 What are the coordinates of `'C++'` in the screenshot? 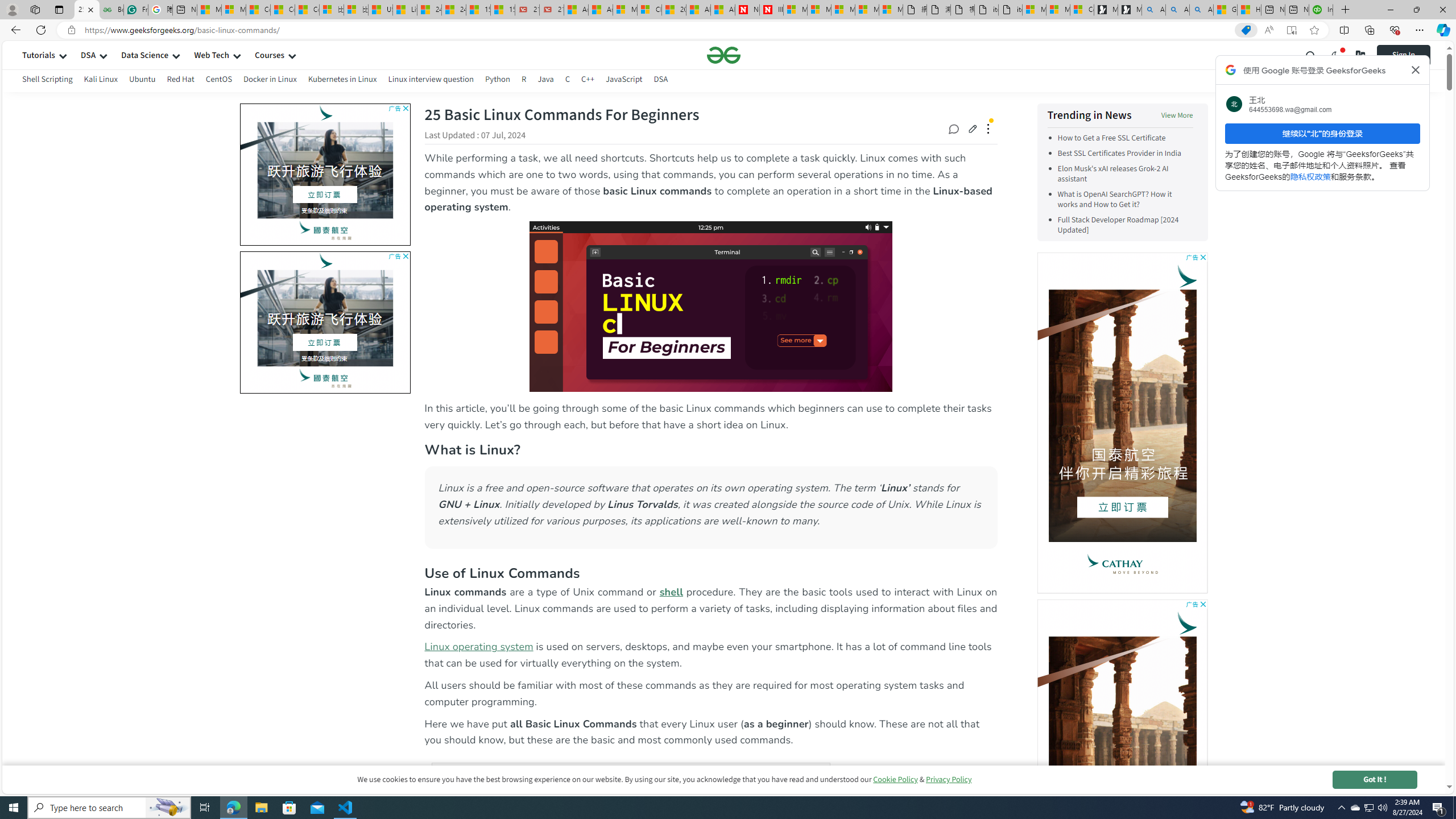 It's located at (586, 80).